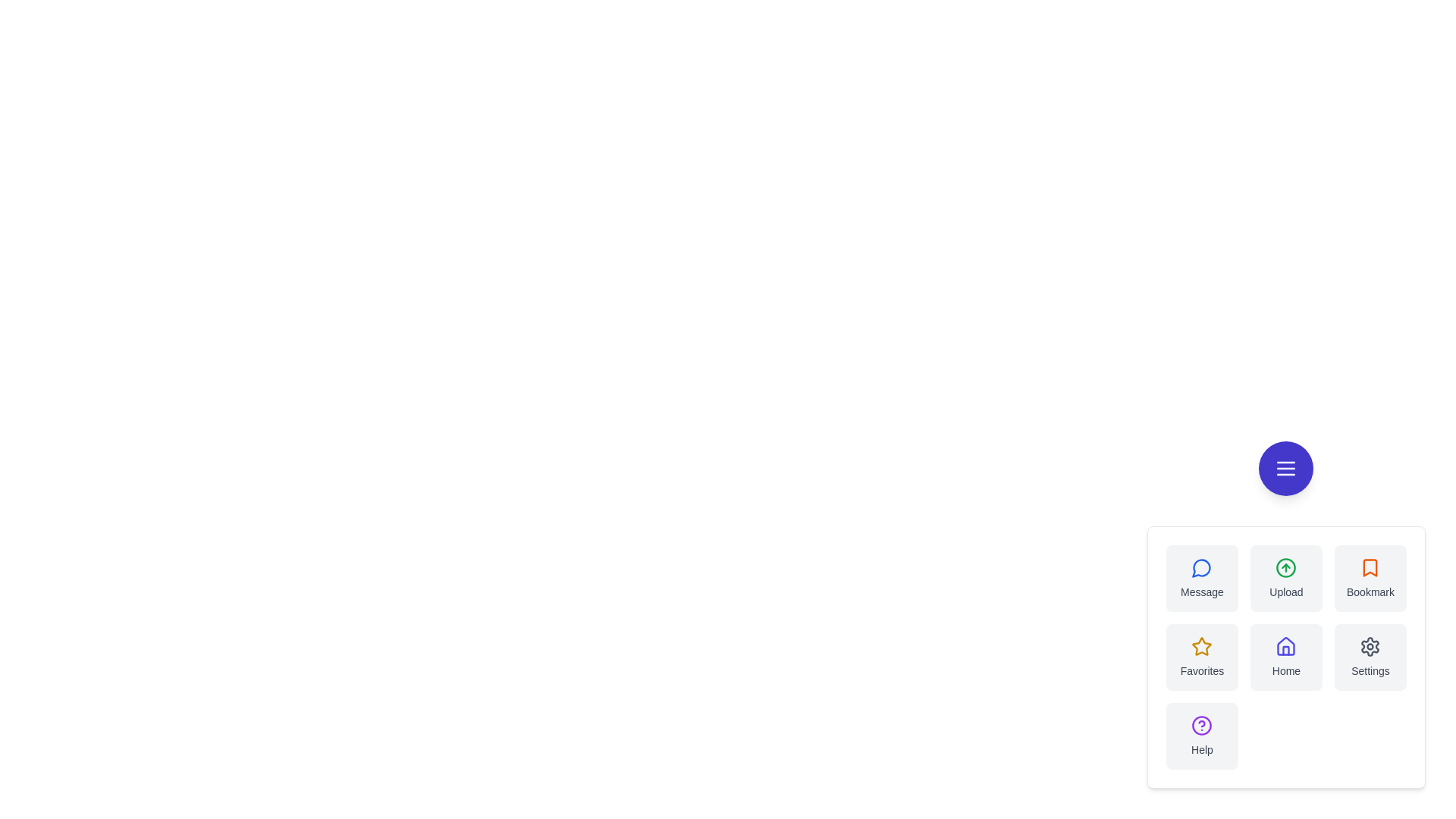 The height and width of the screenshot is (819, 1456). I want to click on the Bookmark button in the speed dial menu, so click(1370, 579).